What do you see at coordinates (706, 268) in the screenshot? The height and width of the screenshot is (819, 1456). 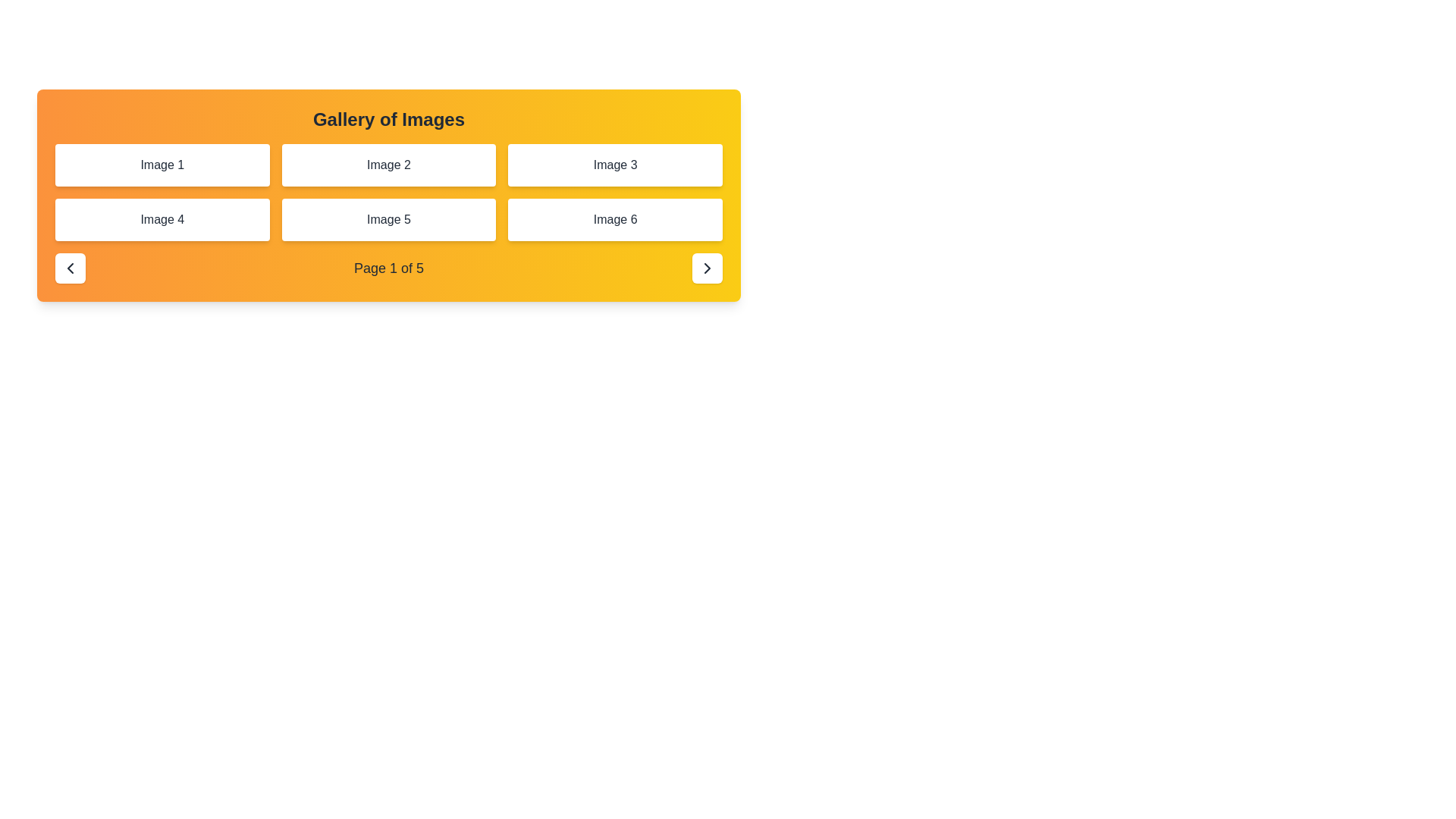 I see `the chevron-right icon located in the bottom-right corner of the gallery interface` at bounding box center [706, 268].